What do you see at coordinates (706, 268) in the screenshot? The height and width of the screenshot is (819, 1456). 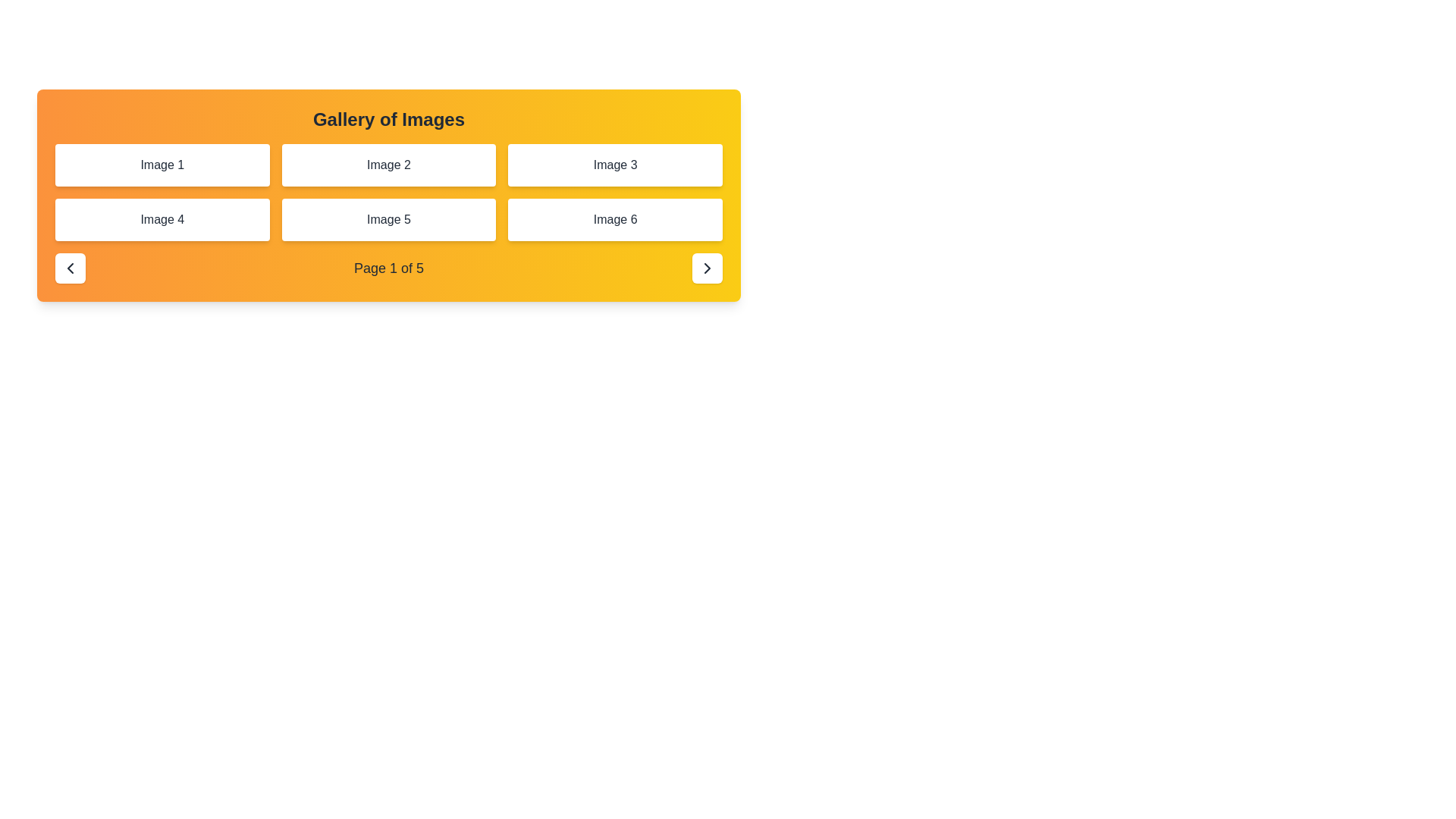 I see `the chevron-right icon located in the bottom-right corner of the gallery interface` at bounding box center [706, 268].